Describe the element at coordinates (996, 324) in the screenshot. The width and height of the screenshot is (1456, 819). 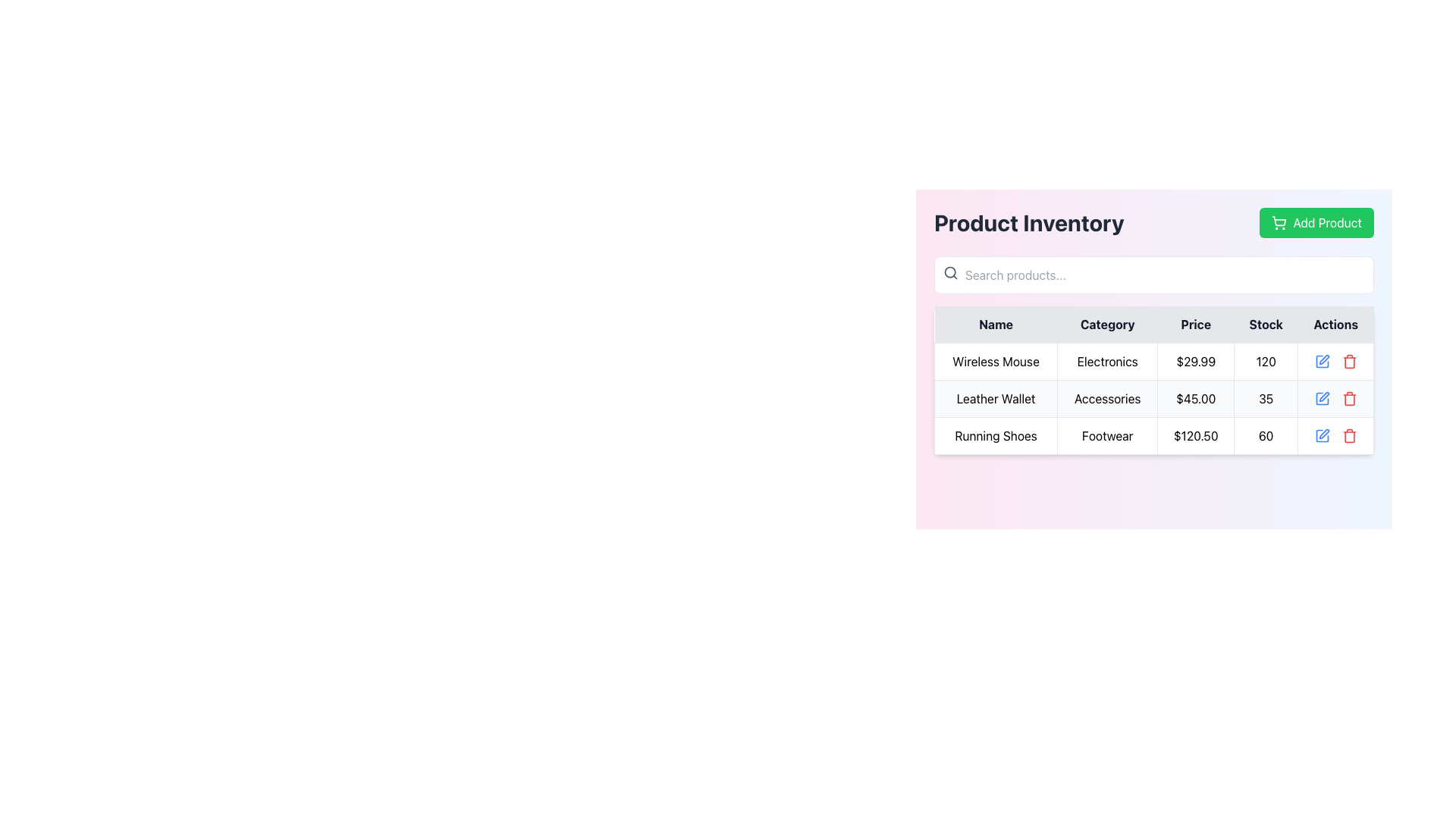
I see `the 'Name' column header in the table located at the top-left corner of the table, which is the first column before 'Category', 'Price', 'Stock', and 'Actions'` at that location.